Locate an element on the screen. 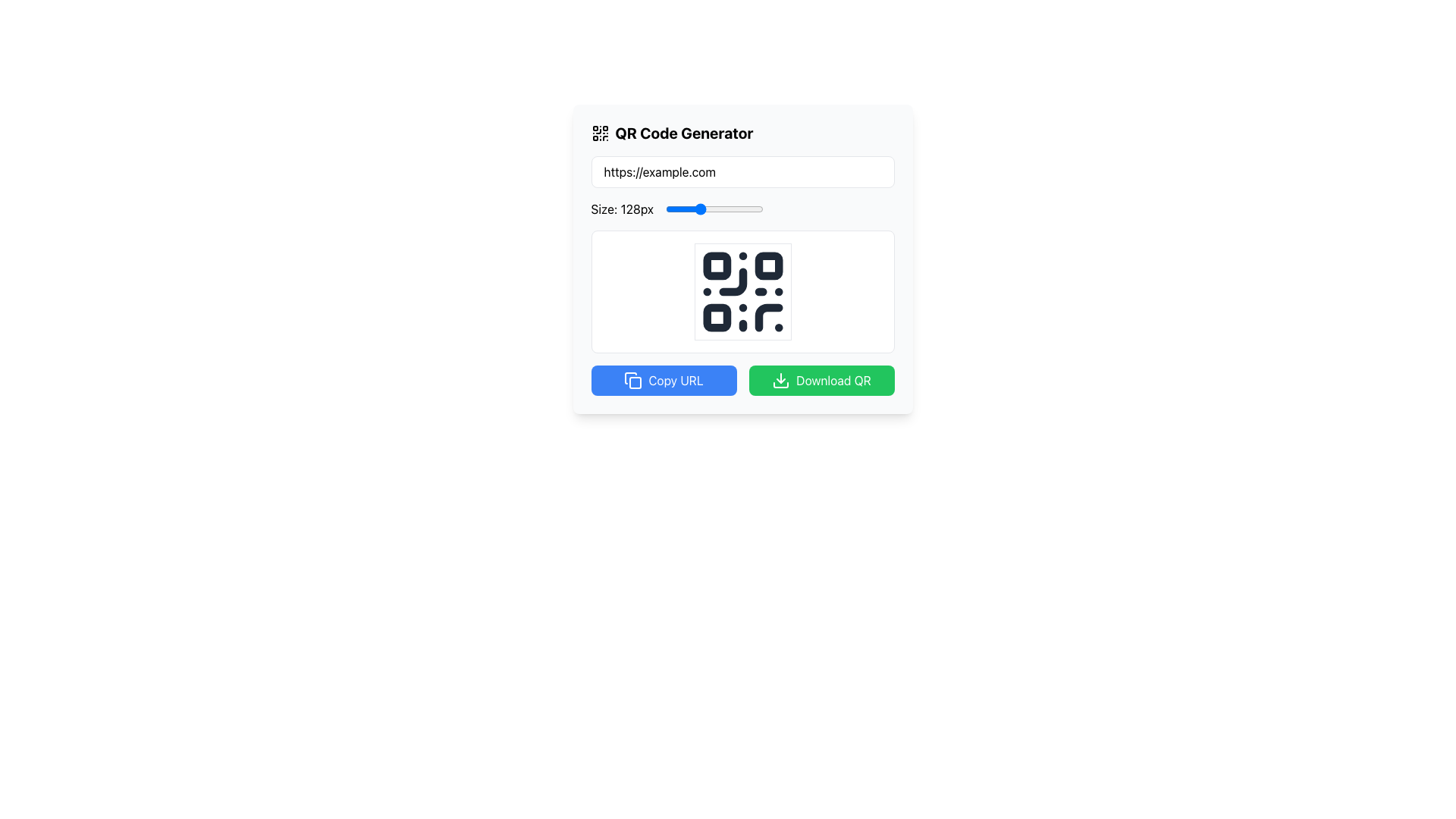 The height and width of the screenshot is (819, 1456). the QR code size is located at coordinates (753, 209).